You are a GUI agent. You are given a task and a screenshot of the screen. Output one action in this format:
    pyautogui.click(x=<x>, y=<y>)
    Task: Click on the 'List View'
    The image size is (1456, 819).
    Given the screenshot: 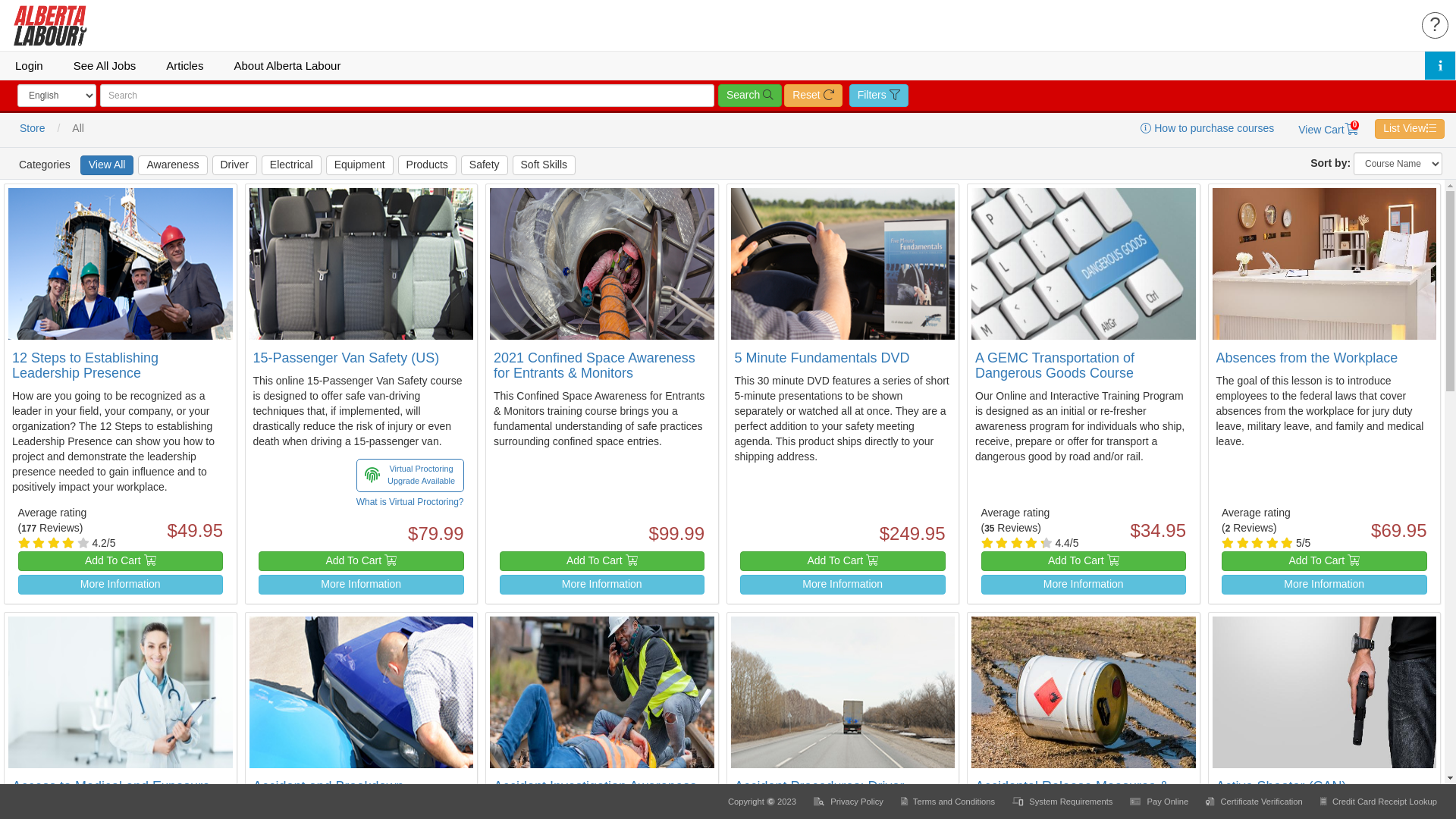 What is the action you would take?
    pyautogui.click(x=1375, y=127)
    